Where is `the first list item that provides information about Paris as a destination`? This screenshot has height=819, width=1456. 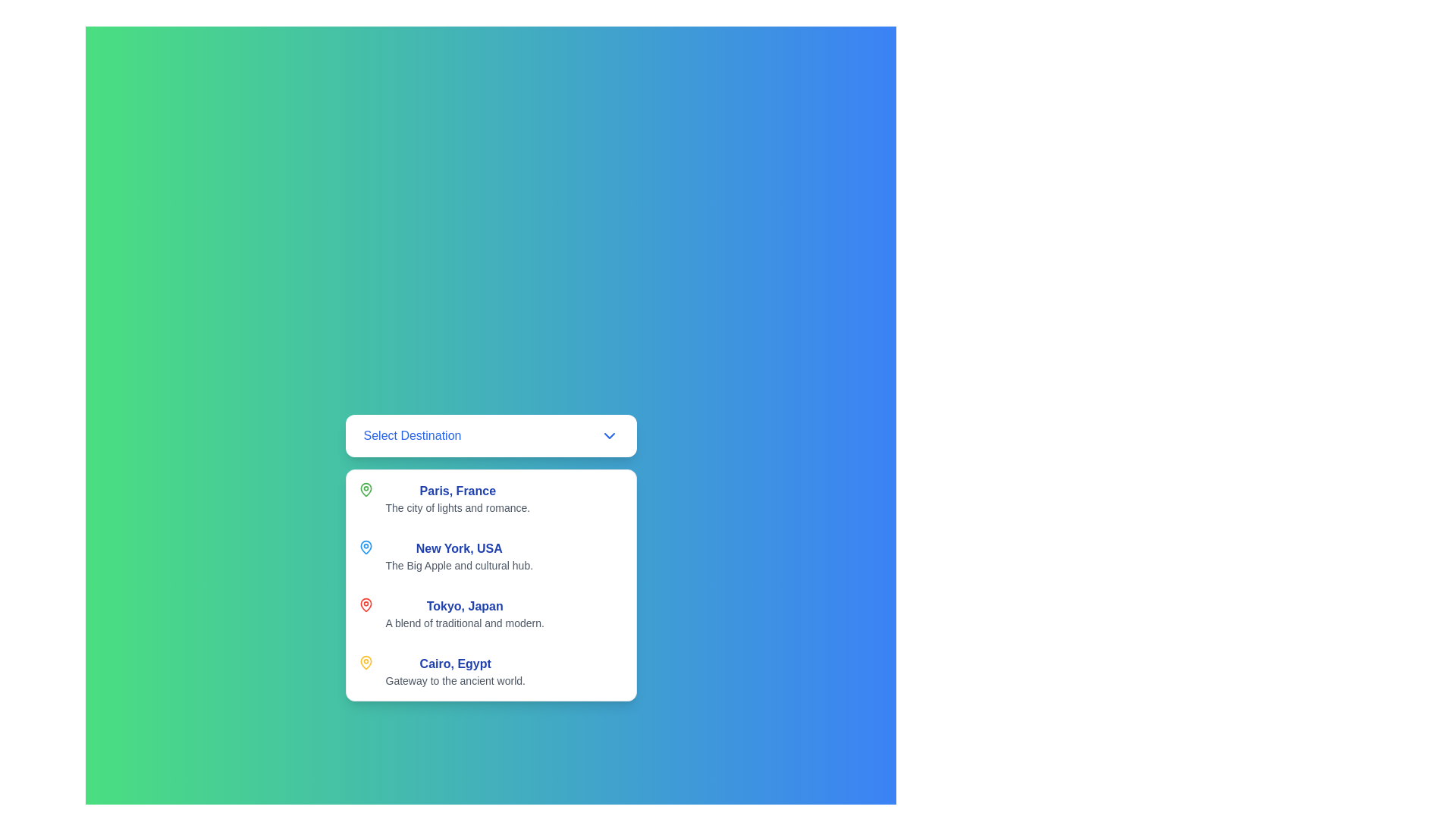 the first list item that provides information about Paris as a destination is located at coordinates (491, 499).